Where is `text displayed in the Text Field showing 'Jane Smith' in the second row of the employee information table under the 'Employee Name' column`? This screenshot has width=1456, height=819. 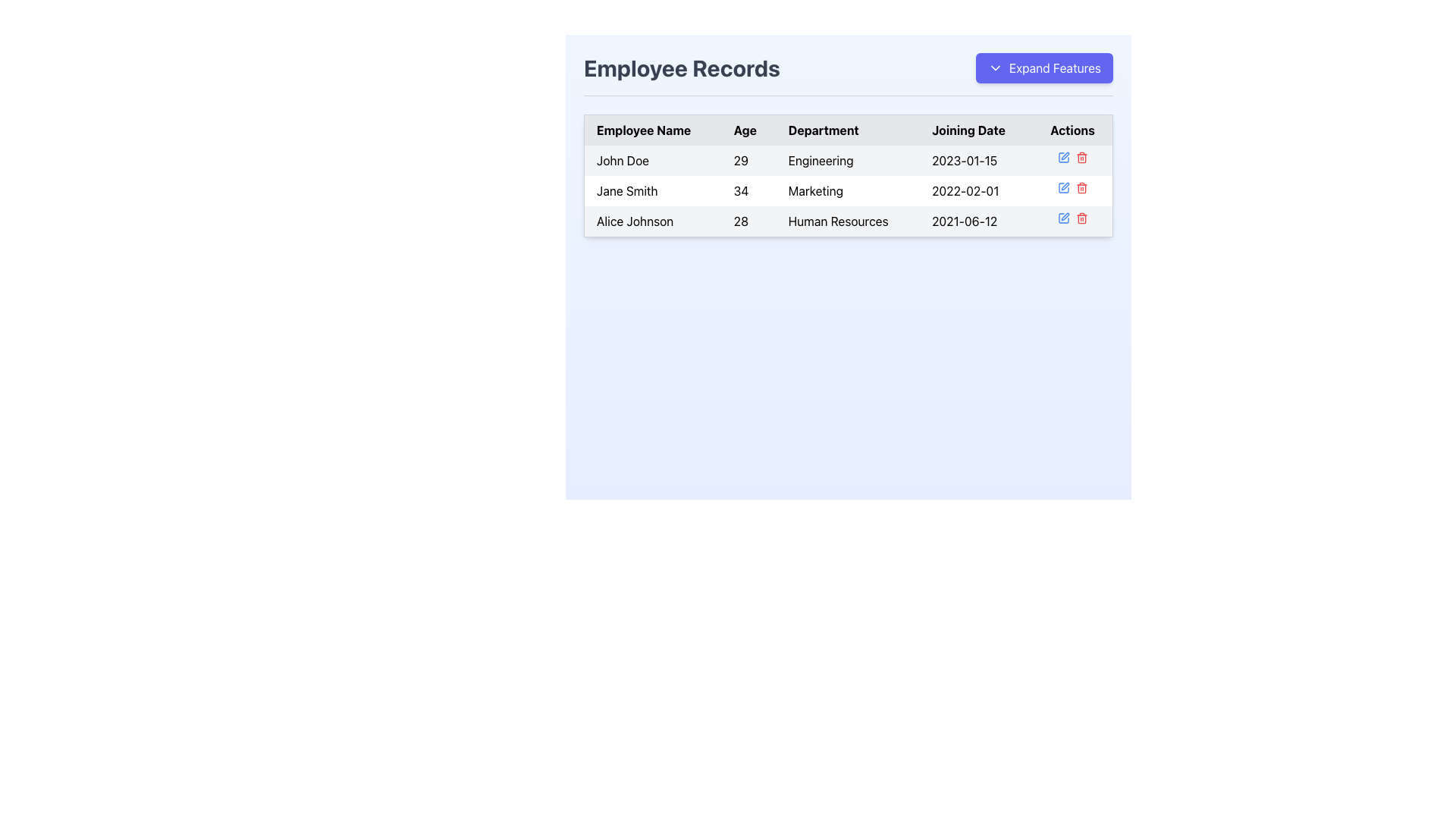
text displayed in the Text Field showing 'Jane Smith' in the second row of the employee information table under the 'Employee Name' column is located at coordinates (653, 190).